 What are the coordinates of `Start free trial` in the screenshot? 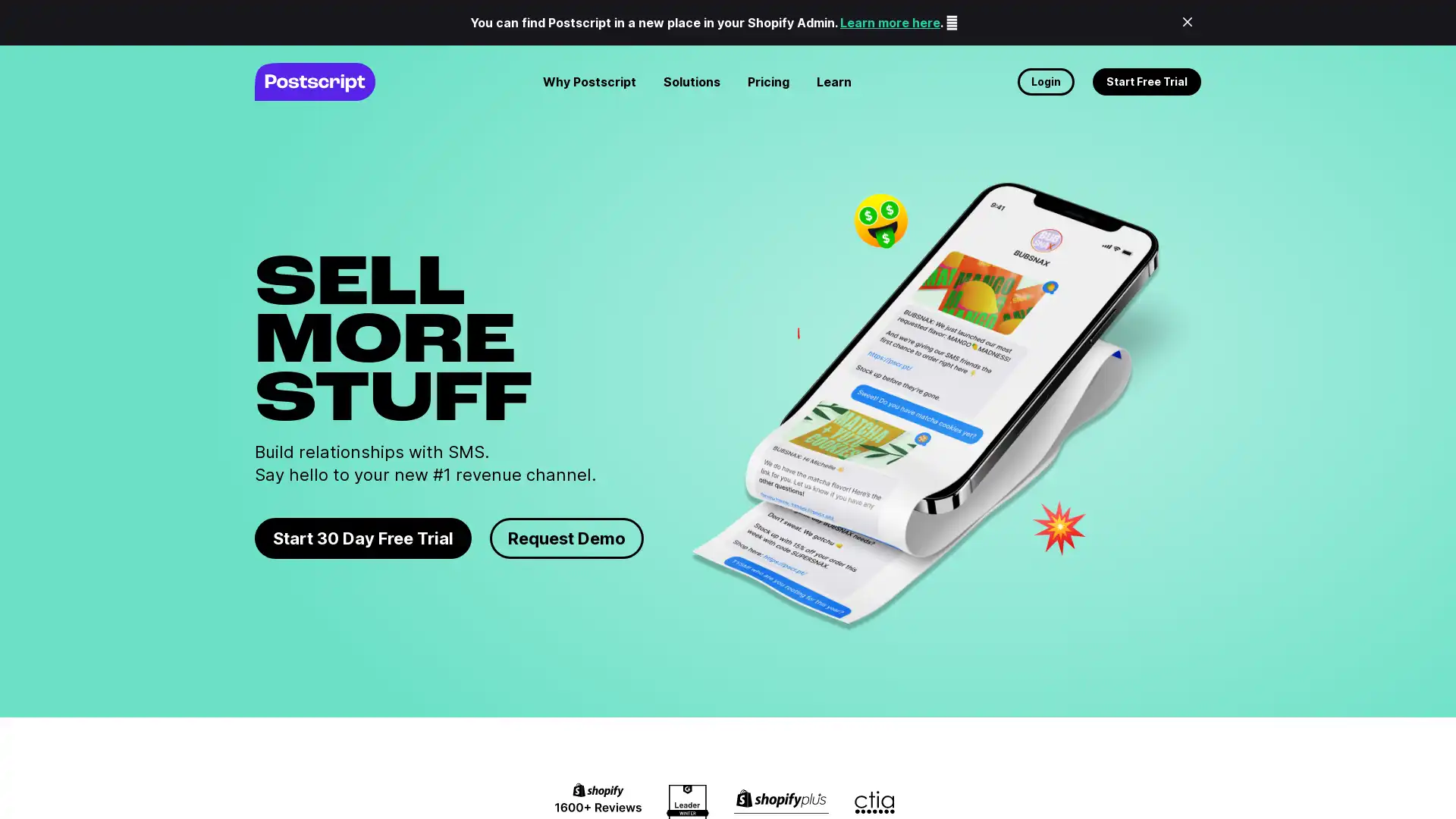 It's located at (1314, 693).